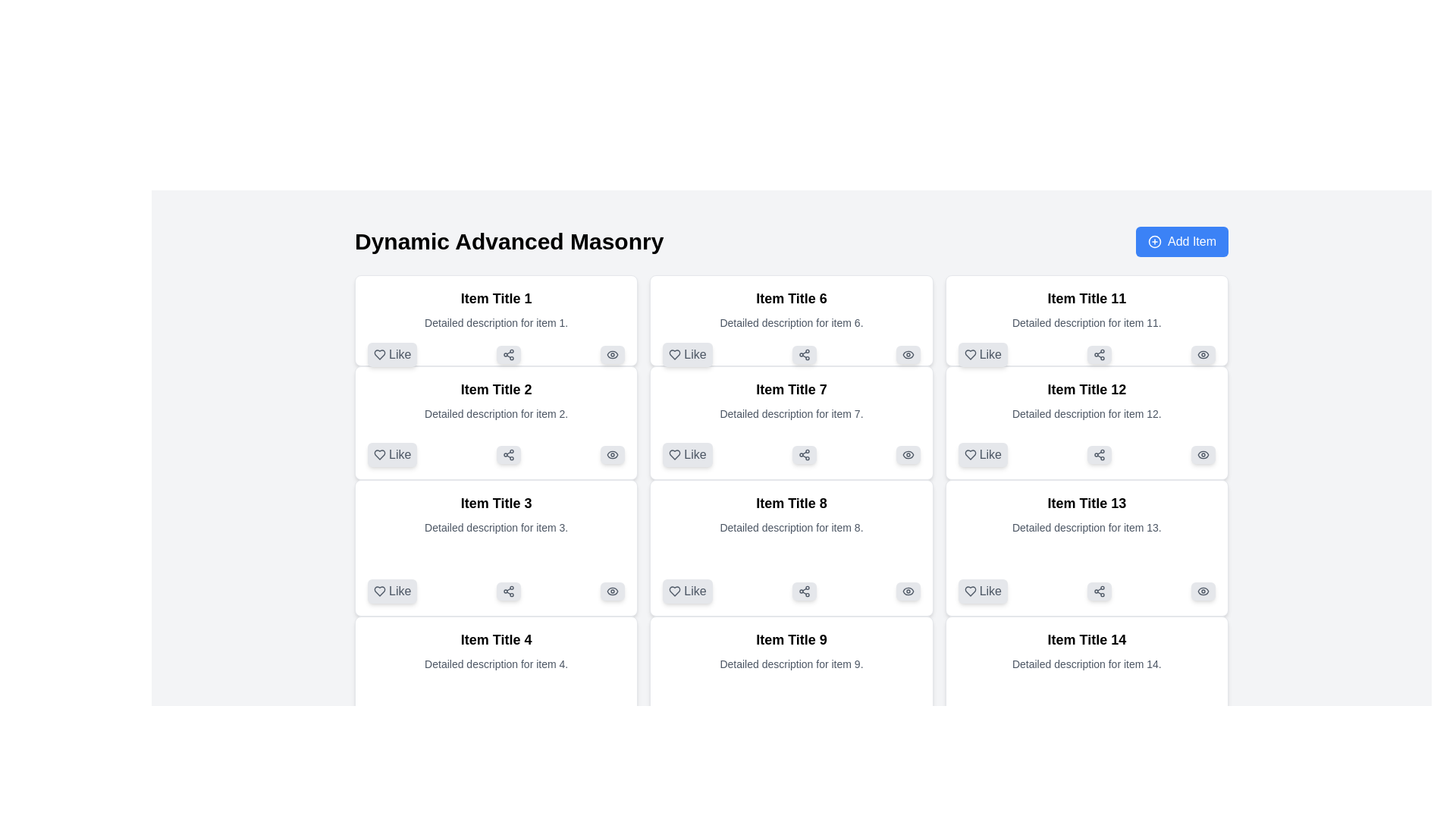 The image size is (1456, 819). Describe the element at coordinates (969, 590) in the screenshot. I see `the heart icon located within the 'Like' button beneath 'Item Title 13'` at that location.